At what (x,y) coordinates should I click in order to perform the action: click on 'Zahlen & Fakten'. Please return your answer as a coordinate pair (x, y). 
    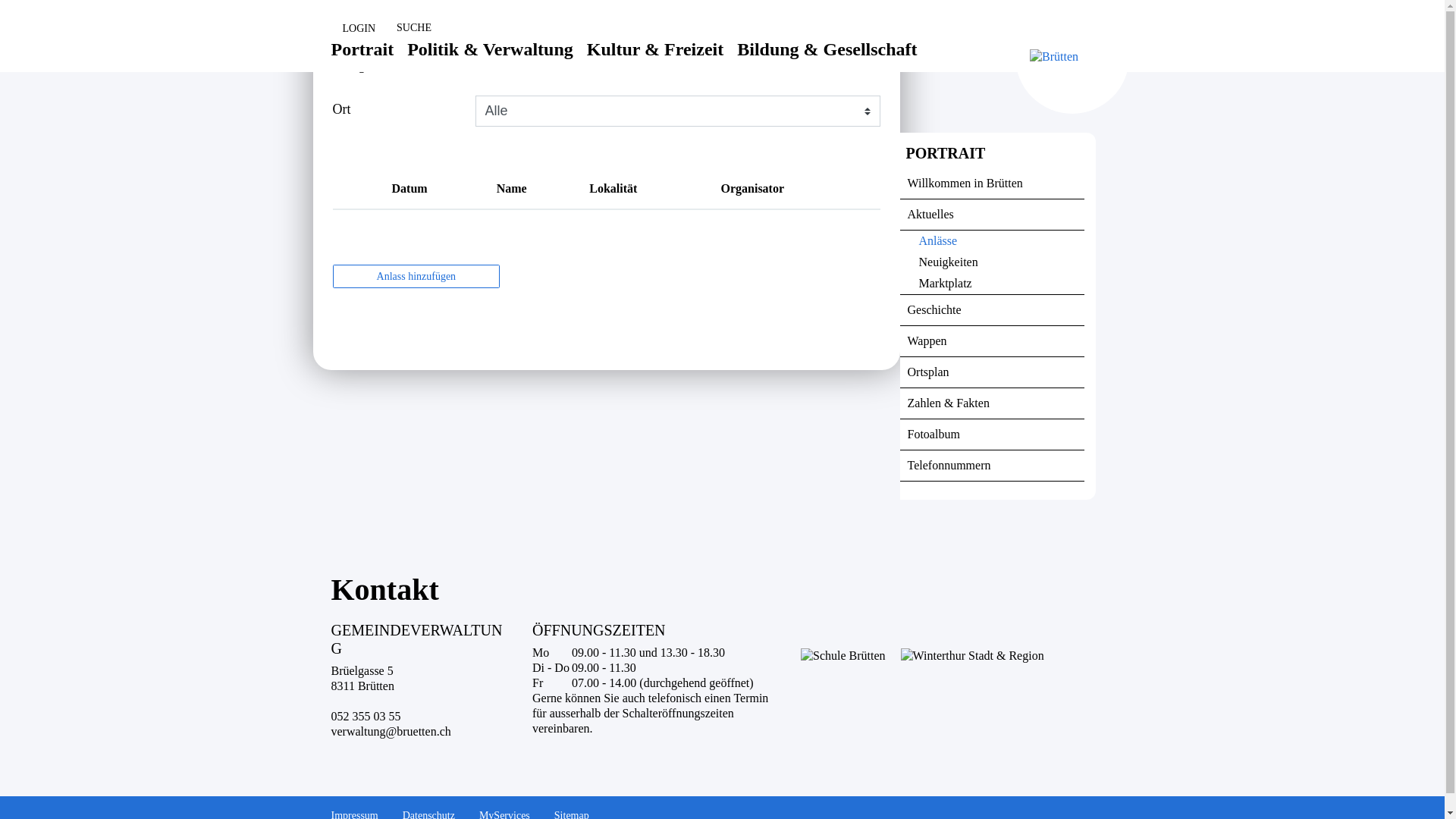
    Looking at the image, I should click on (991, 403).